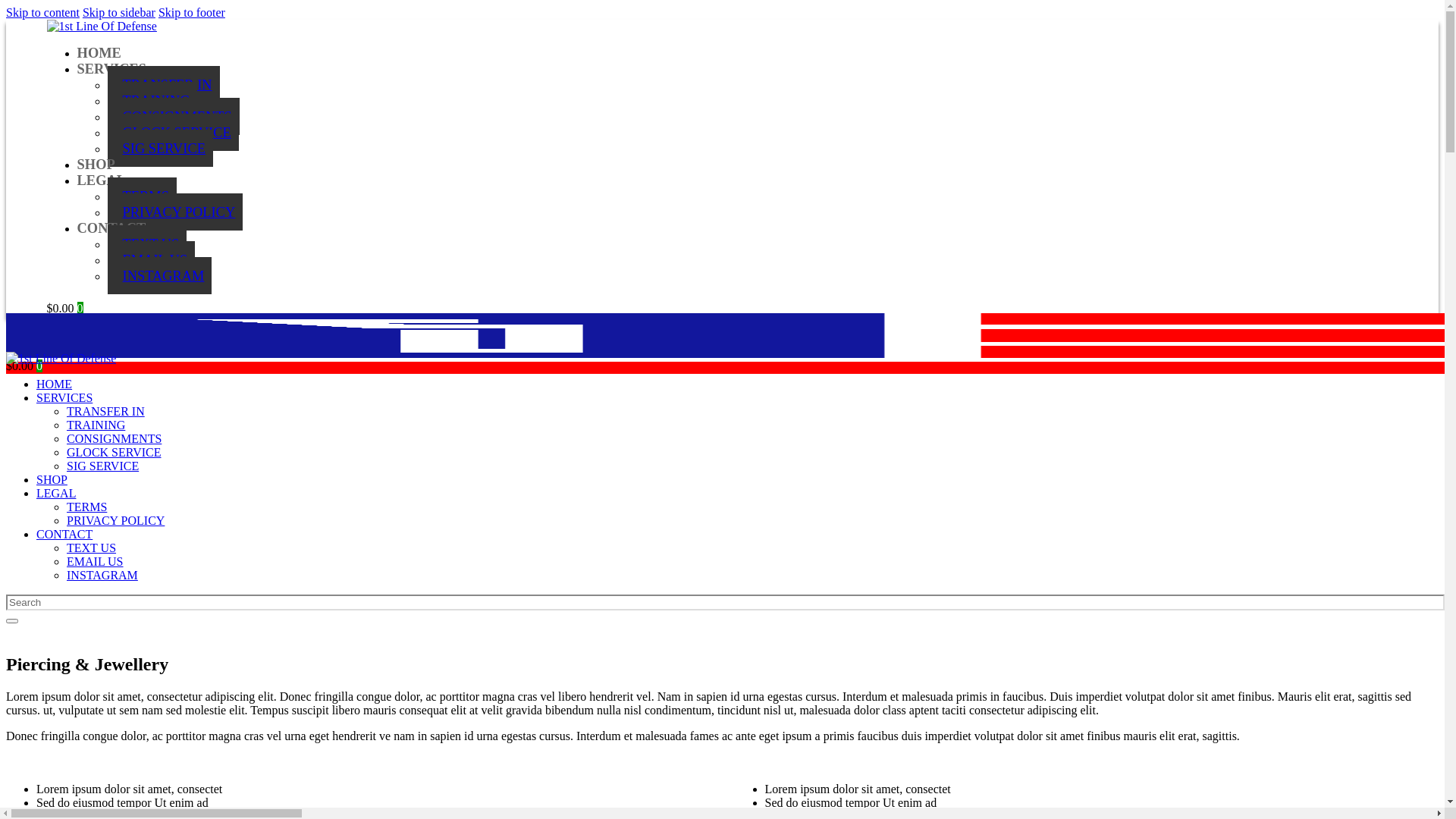 The image size is (1456, 819). I want to click on 'PRIVACY POLICY', so click(65, 519).